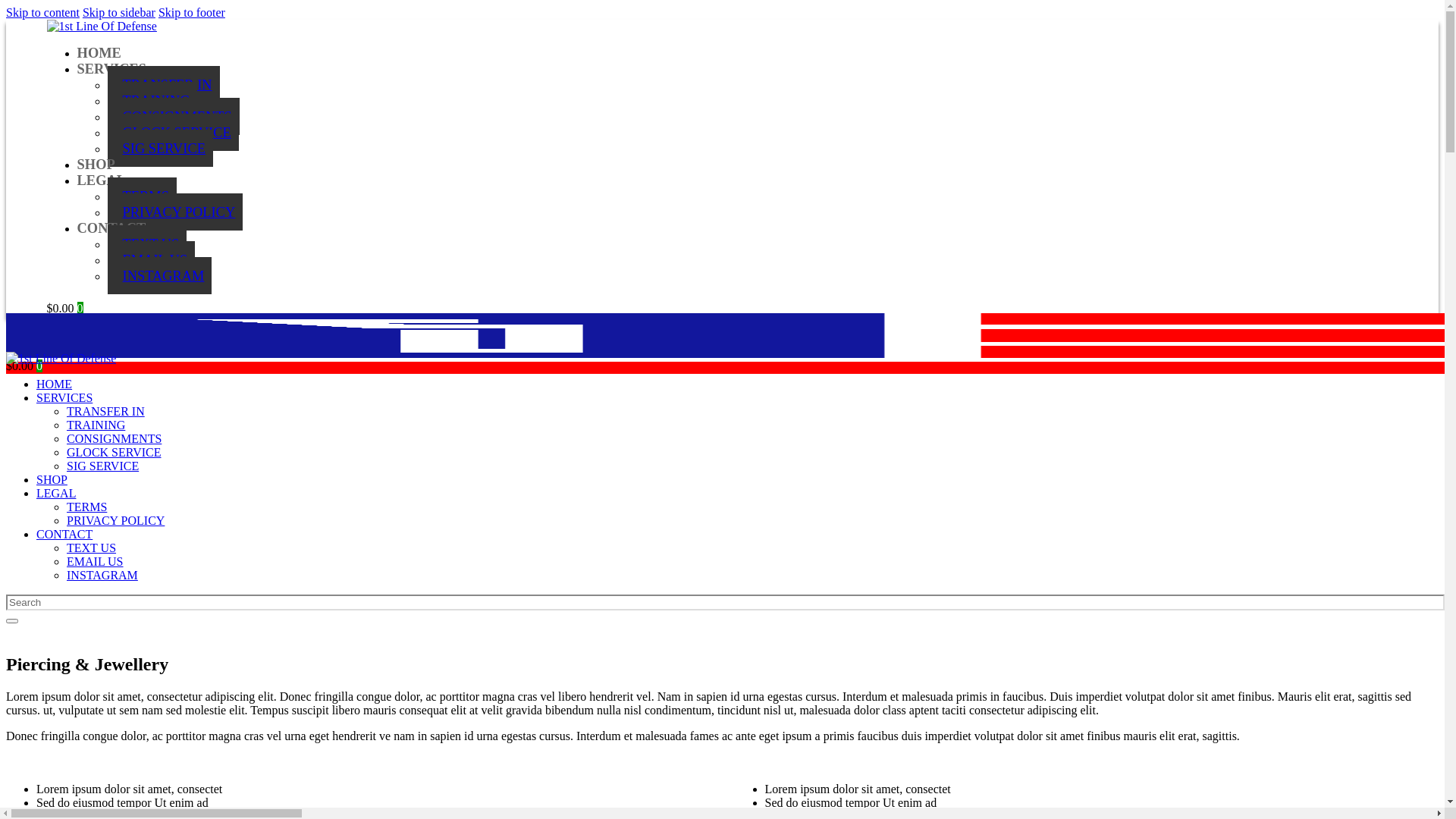 The image size is (1456, 819). I want to click on 'PRIVACY POLICY', so click(65, 519).